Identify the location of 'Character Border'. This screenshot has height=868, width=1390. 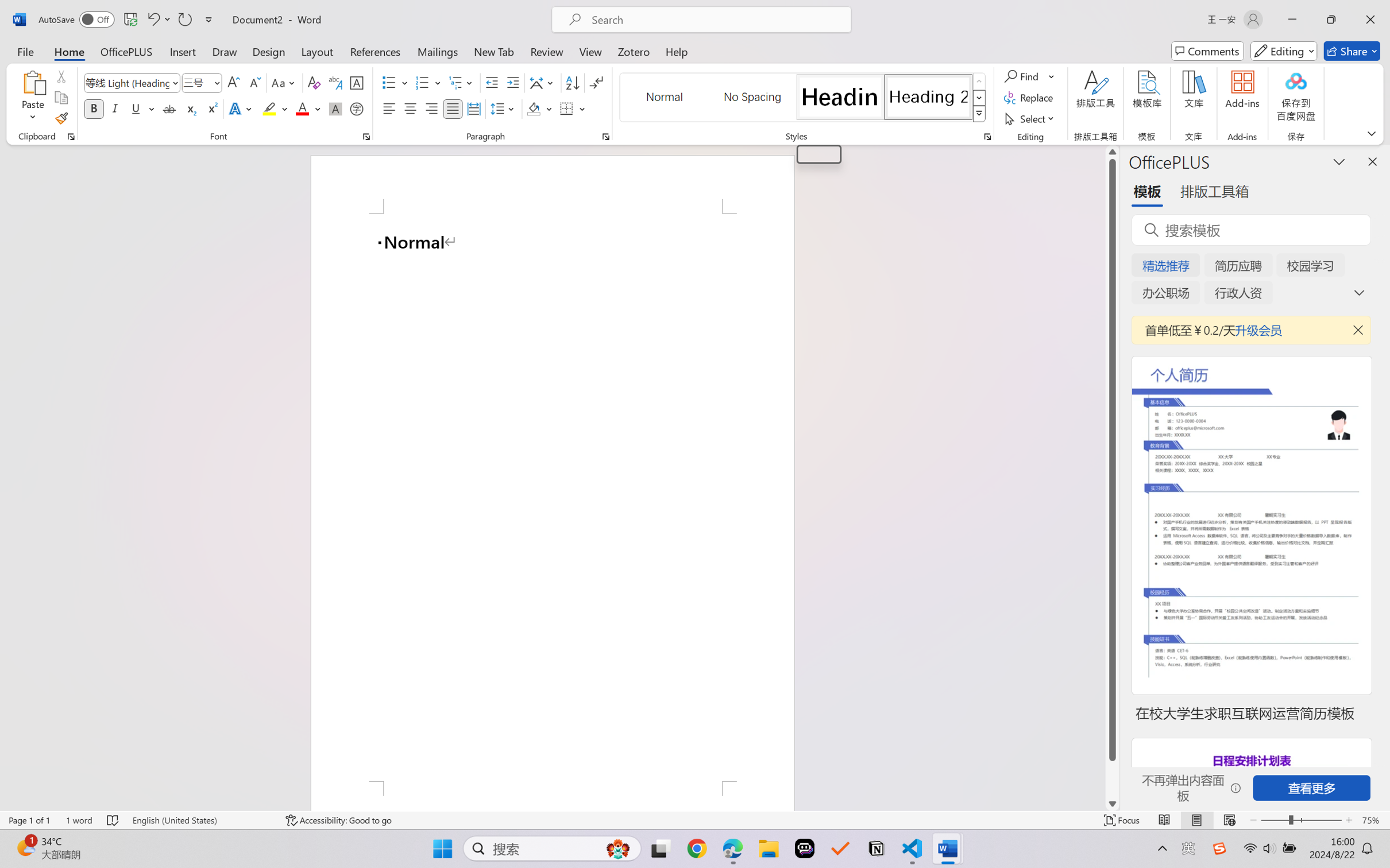
(357, 83).